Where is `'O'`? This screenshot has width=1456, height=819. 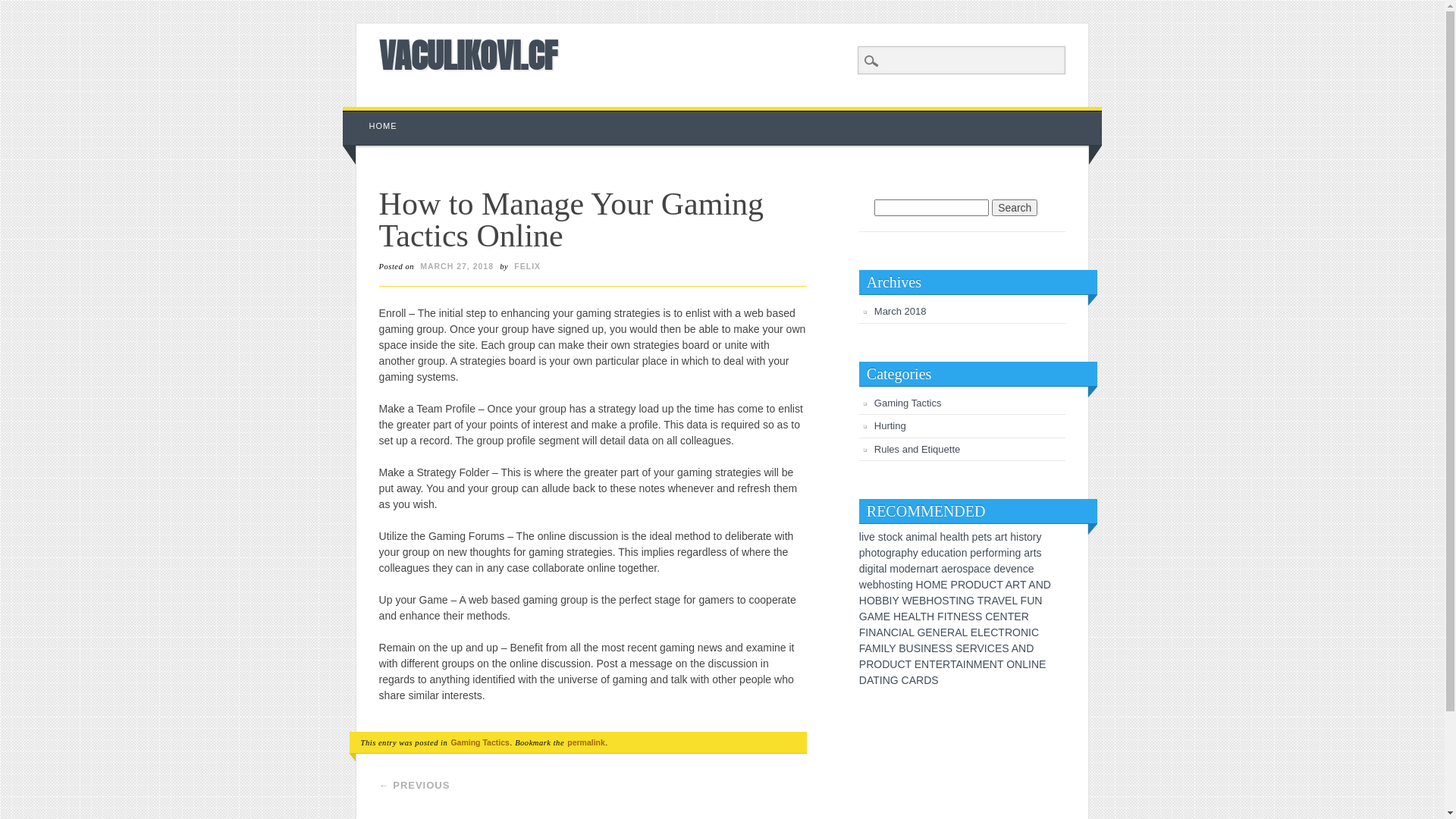 'O' is located at coordinates (871, 599).